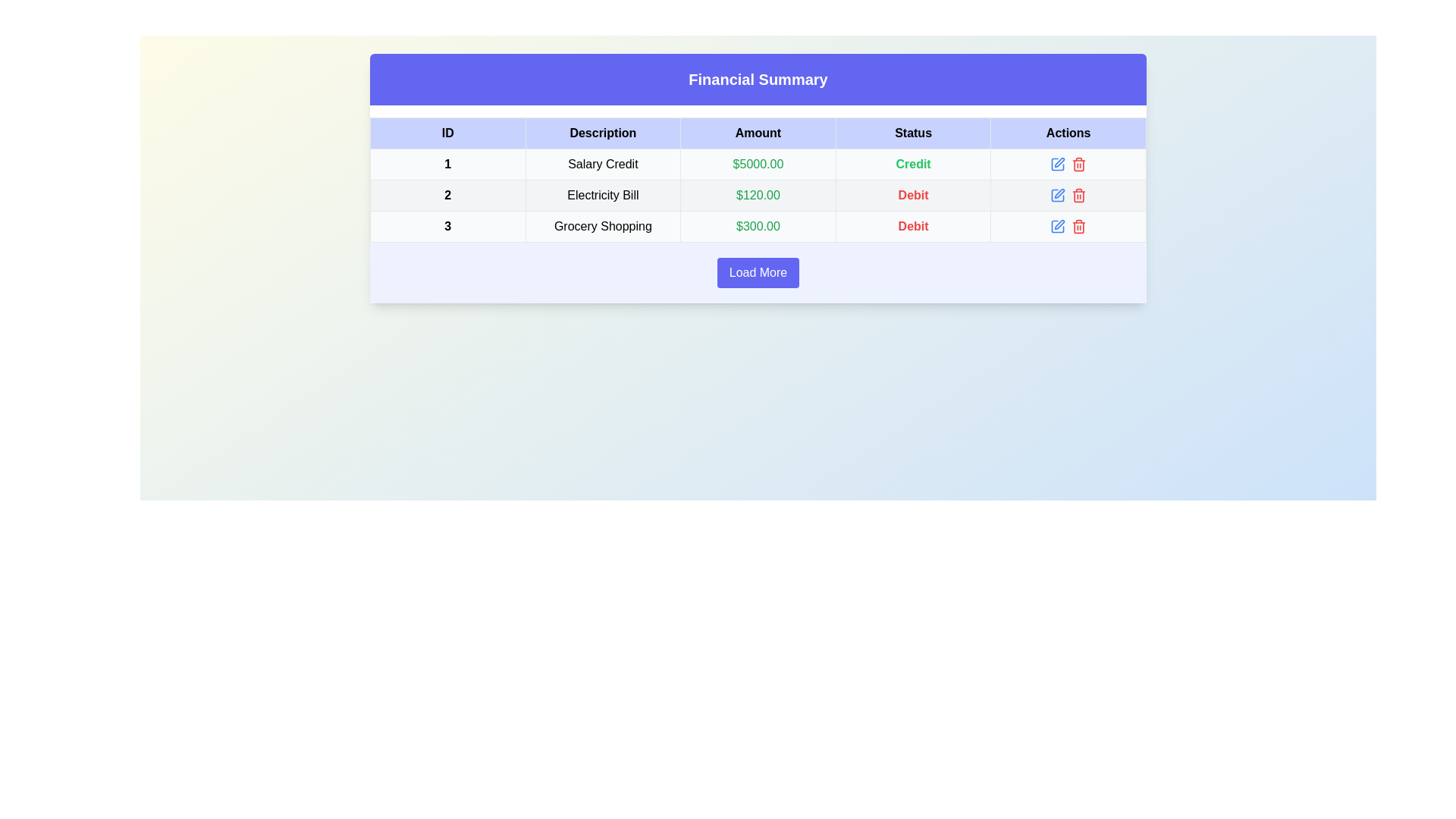 This screenshot has width=1456, height=819. Describe the element at coordinates (758, 195) in the screenshot. I see `the static text displaying the amount of $120.00 in the 'Amount' column of the second row in the table, which is relevant to the Electricity Bill entry` at that location.